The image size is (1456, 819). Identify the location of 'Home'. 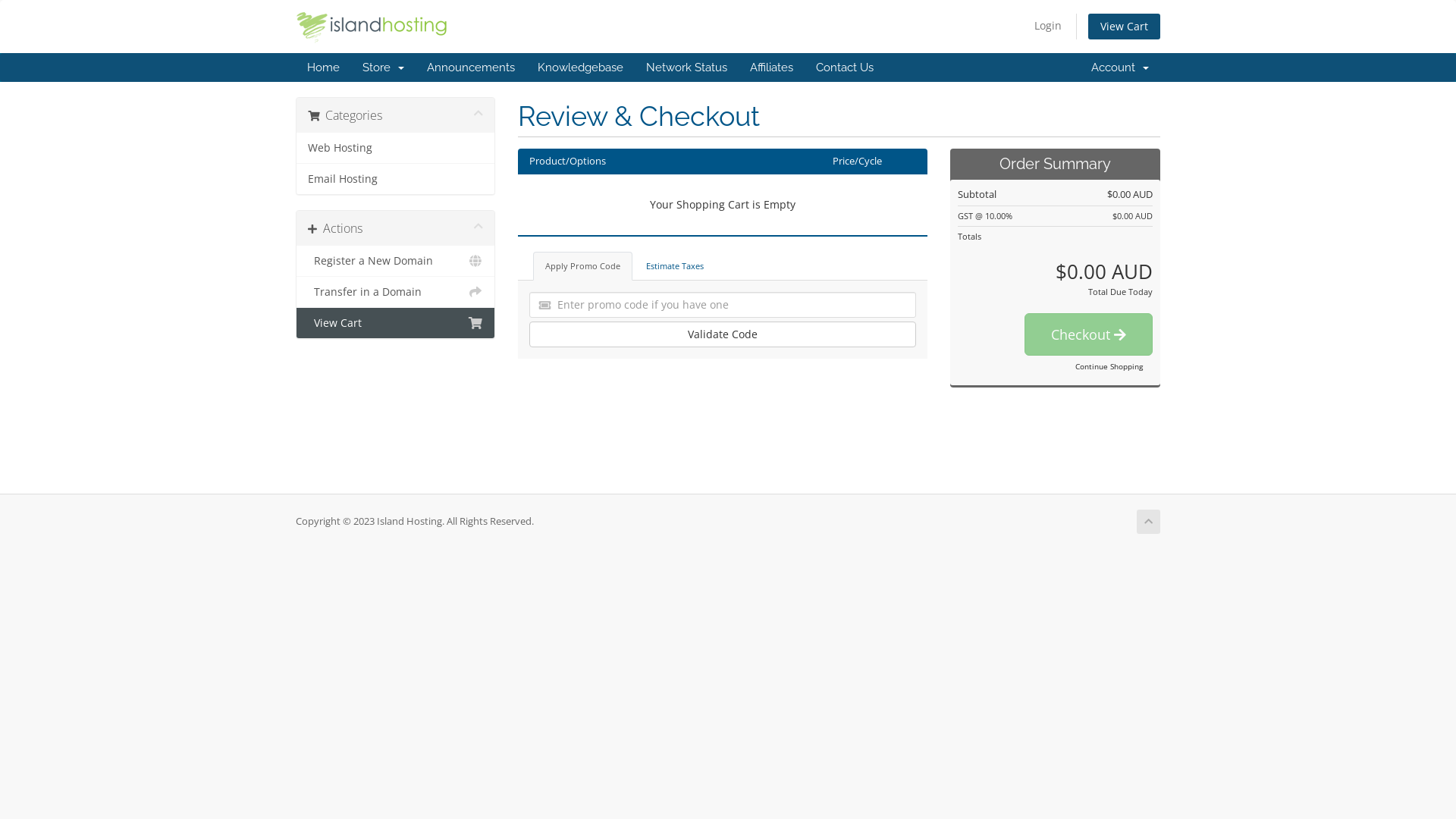
(322, 66).